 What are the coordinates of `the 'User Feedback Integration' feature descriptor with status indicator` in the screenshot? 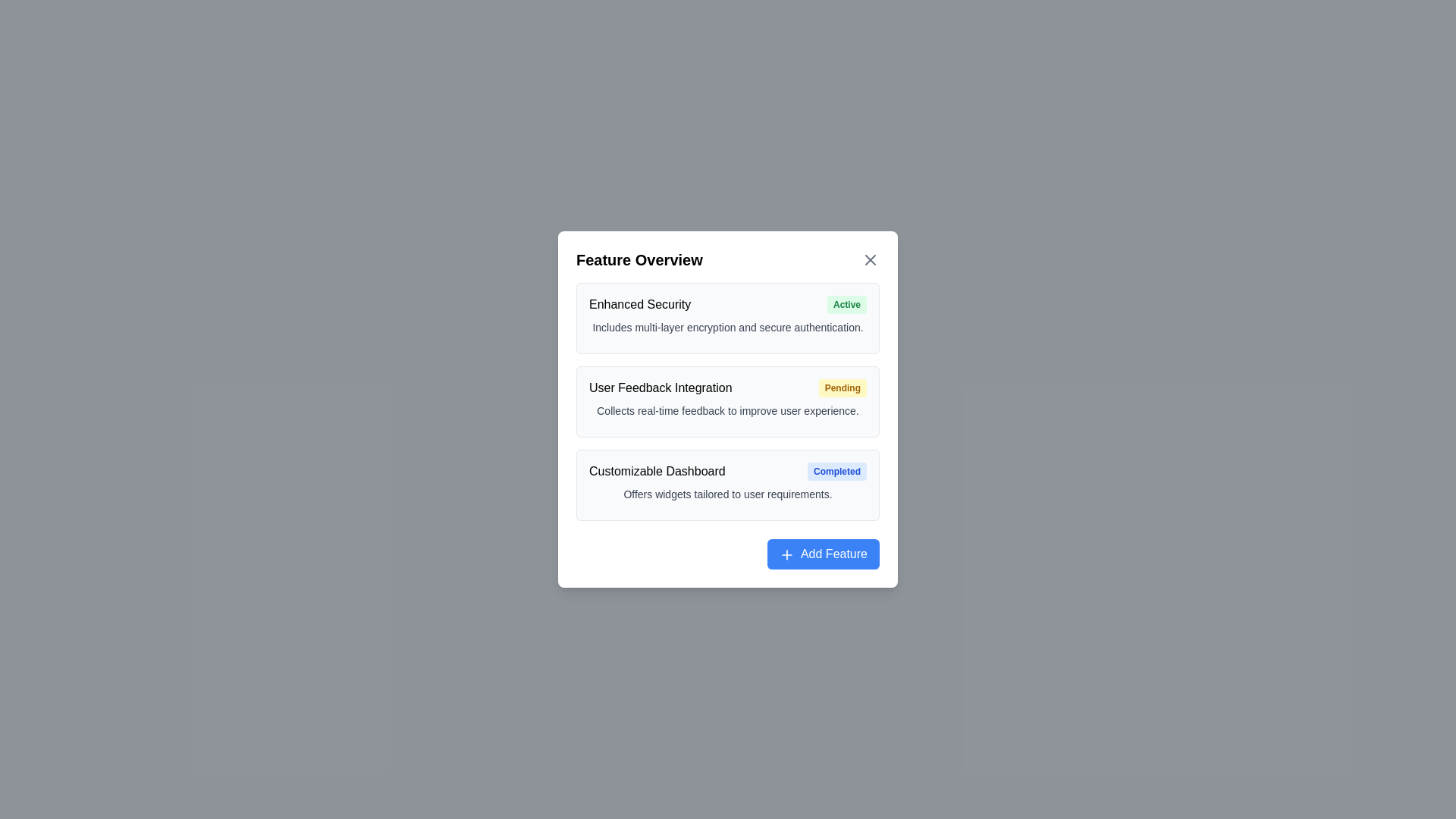 It's located at (728, 388).